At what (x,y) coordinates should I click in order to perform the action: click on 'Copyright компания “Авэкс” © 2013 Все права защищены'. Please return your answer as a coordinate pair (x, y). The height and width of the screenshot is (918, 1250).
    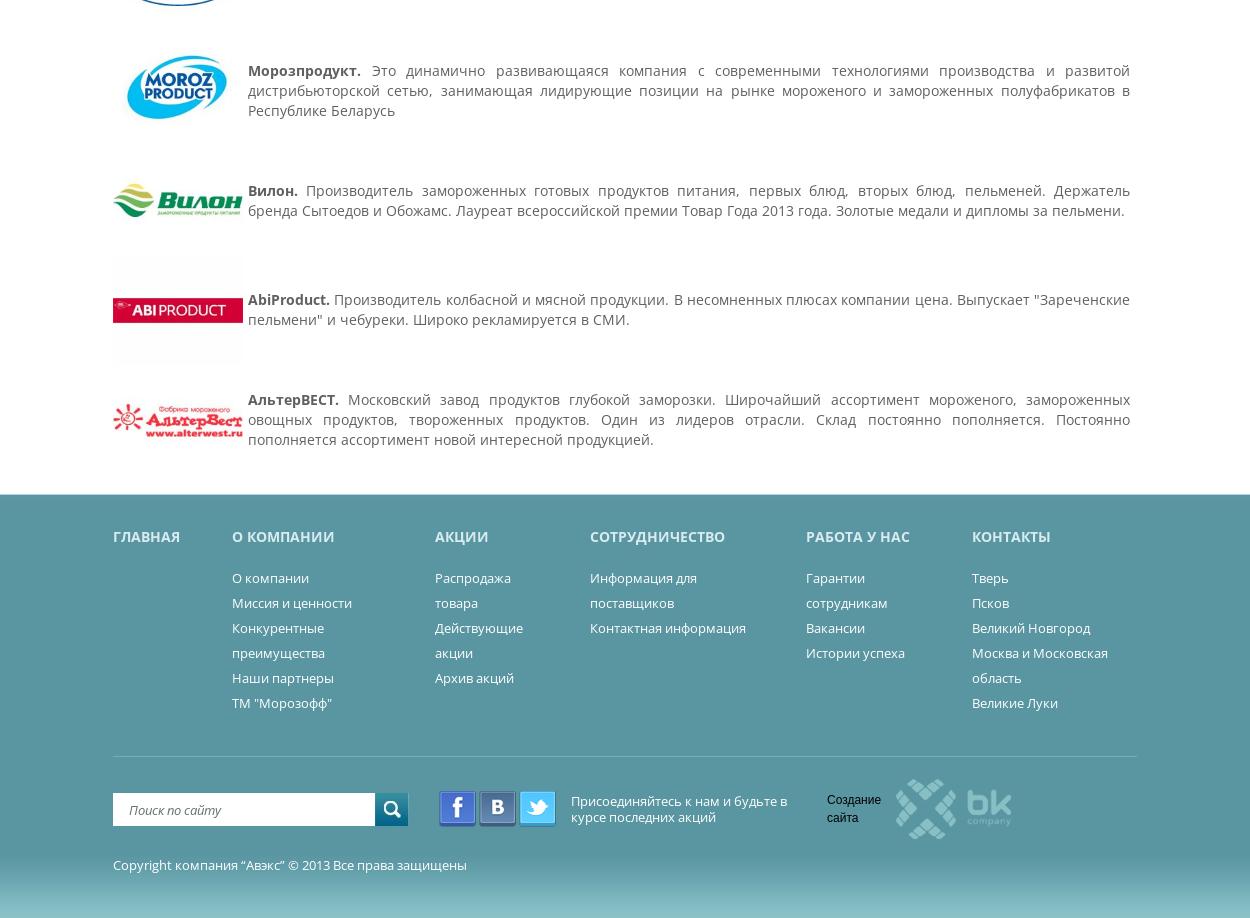
    Looking at the image, I should click on (290, 864).